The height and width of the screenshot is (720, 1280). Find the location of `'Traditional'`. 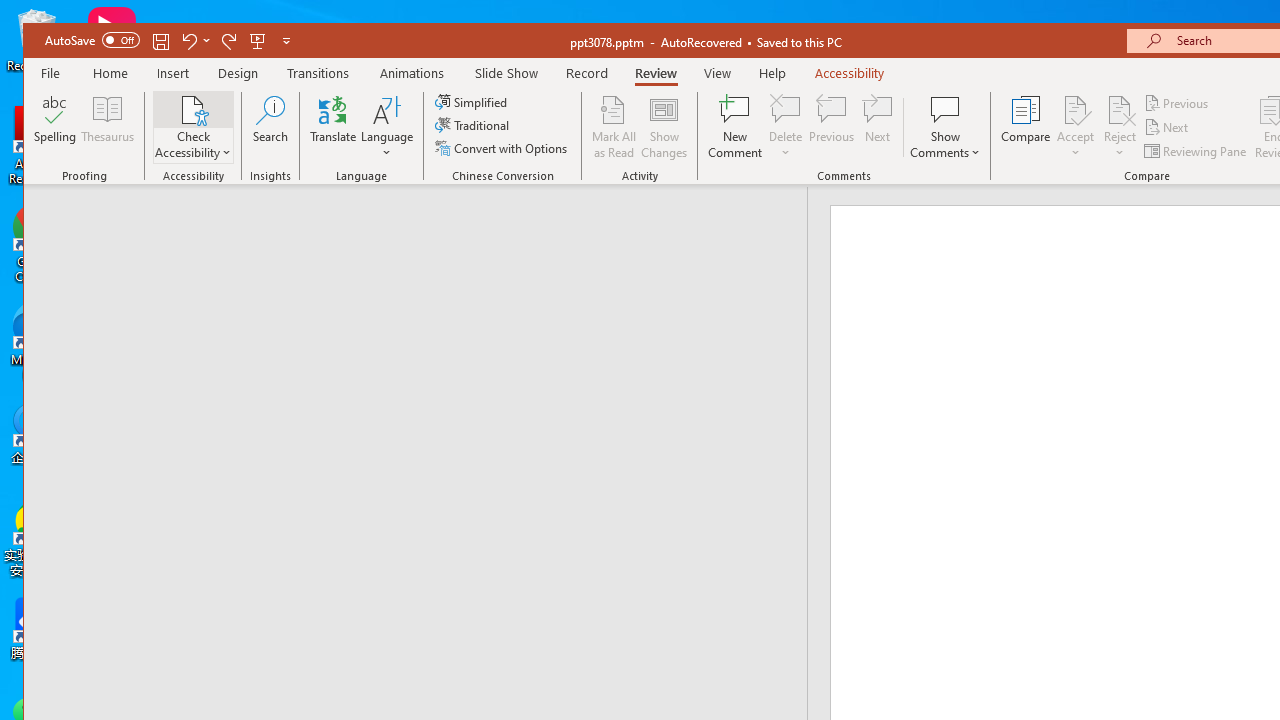

'Traditional' is located at coordinates (473, 125).